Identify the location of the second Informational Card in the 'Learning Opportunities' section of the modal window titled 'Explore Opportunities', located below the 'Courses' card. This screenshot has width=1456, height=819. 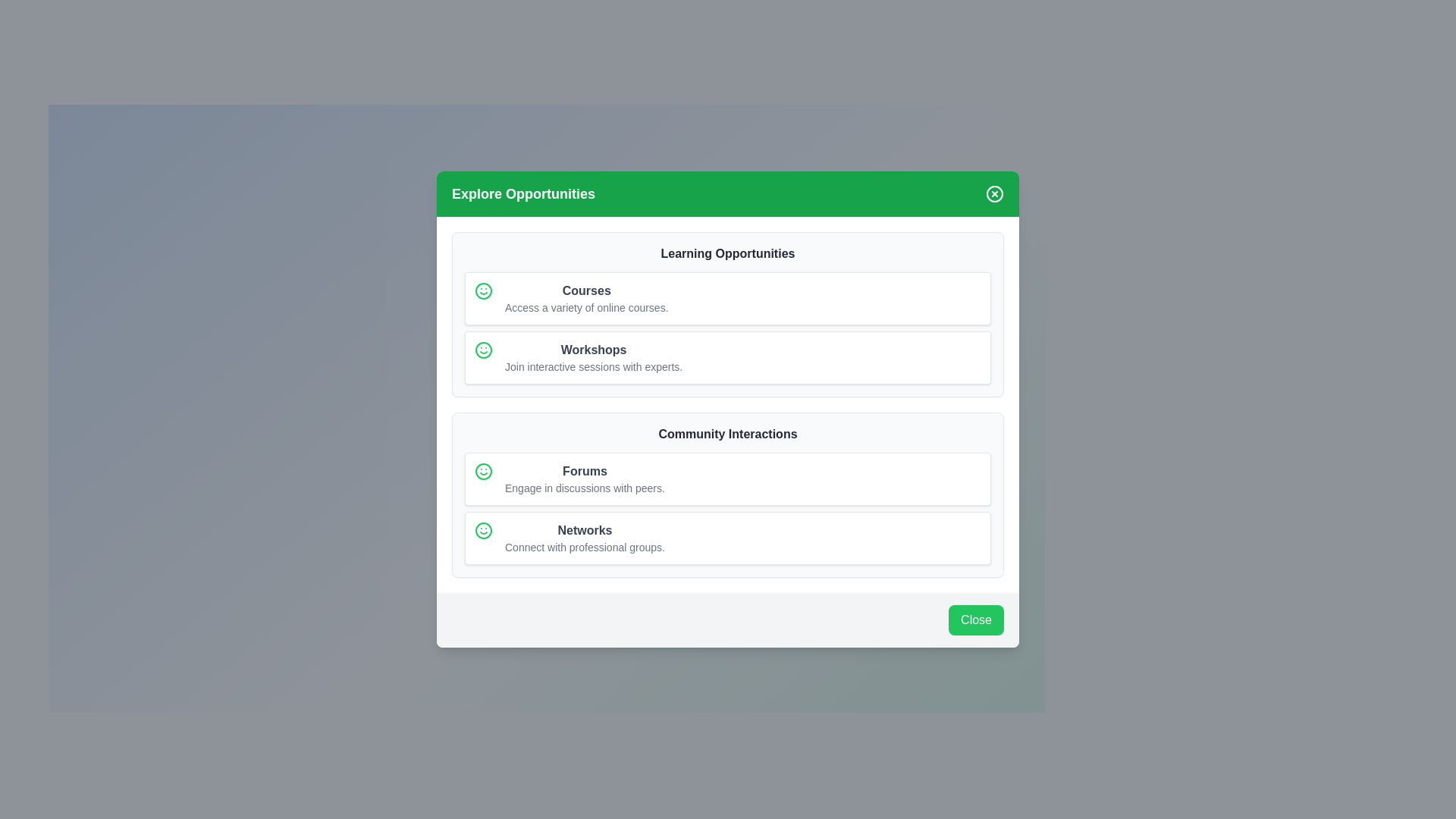
(728, 357).